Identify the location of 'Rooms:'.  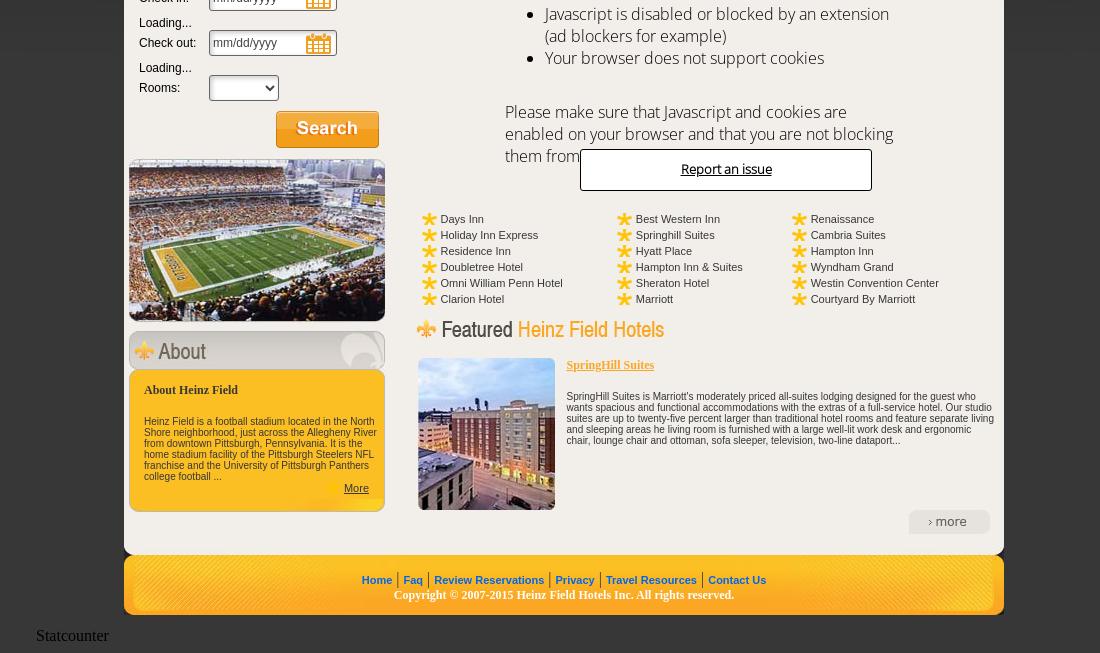
(158, 87).